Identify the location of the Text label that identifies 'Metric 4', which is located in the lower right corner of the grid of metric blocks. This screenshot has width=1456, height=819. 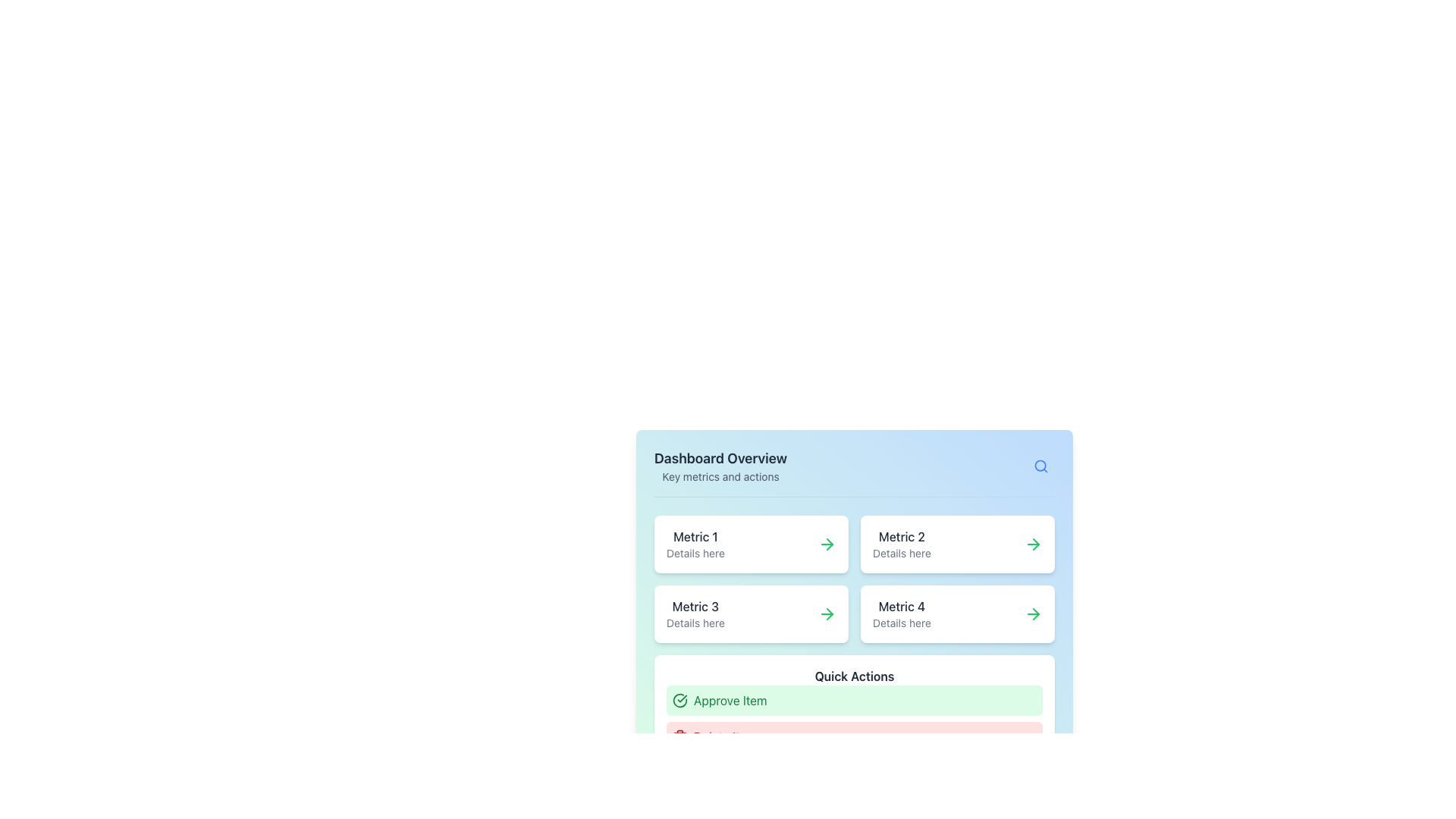
(902, 605).